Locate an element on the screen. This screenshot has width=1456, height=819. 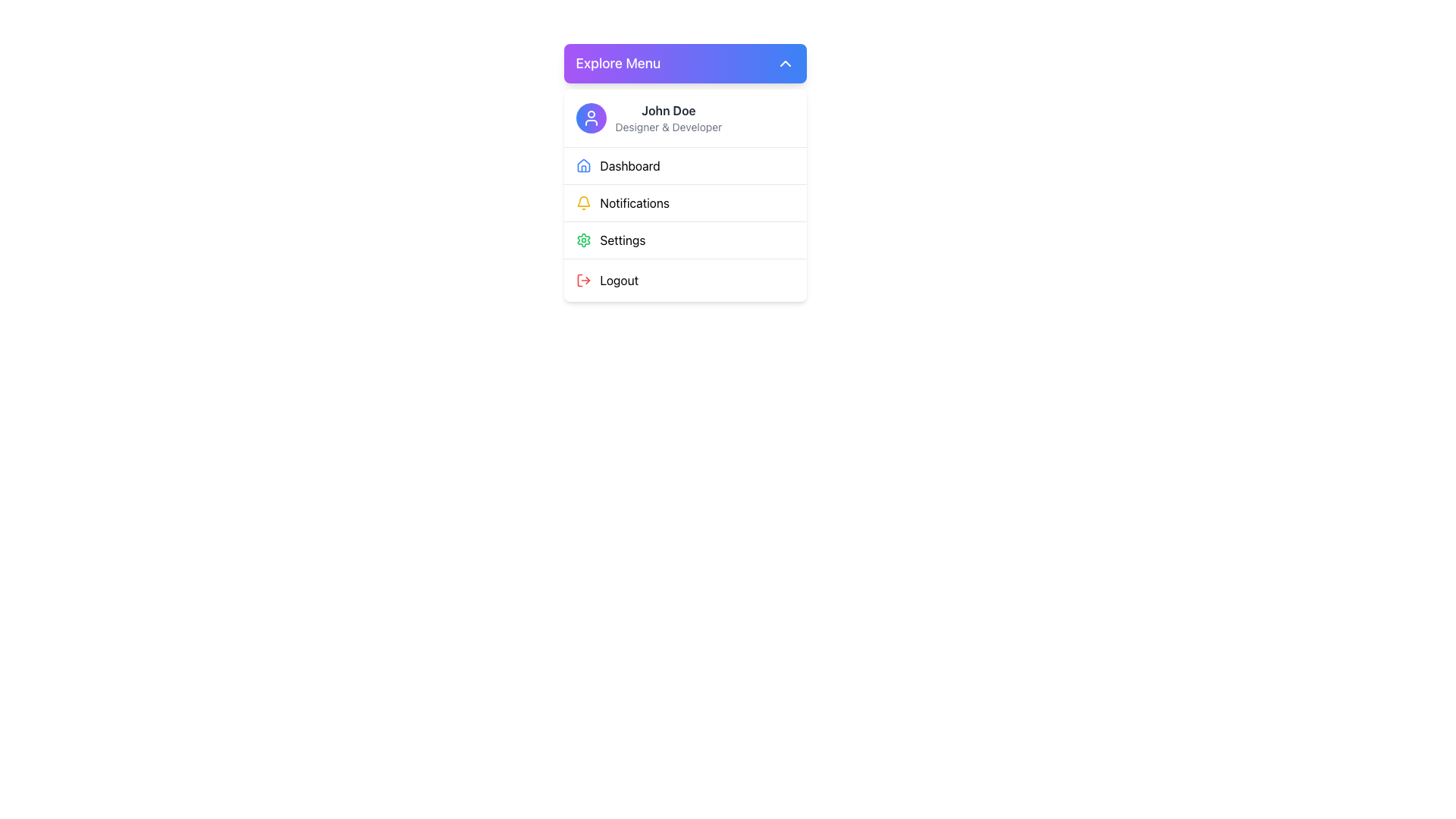
an option in the navigation dropdown menu located under the 'Explore Menu' button, which contains user information and menu options is located at coordinates (684, 195).